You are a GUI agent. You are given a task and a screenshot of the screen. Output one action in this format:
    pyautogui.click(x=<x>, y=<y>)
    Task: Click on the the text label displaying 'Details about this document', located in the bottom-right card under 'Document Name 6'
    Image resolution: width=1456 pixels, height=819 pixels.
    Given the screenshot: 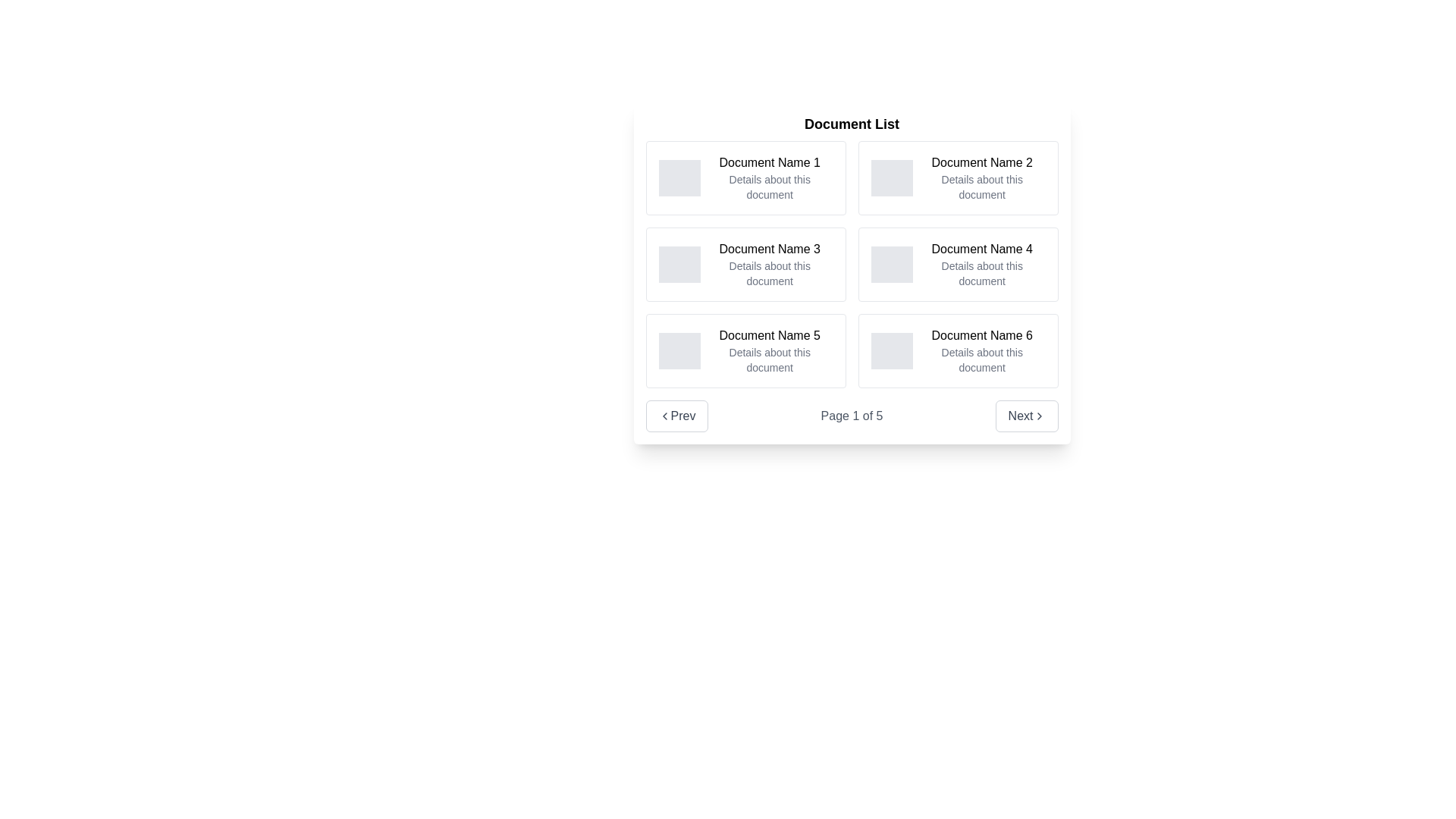 What is the action you would take?
    pyautogui.click(x=982, y=359)
    